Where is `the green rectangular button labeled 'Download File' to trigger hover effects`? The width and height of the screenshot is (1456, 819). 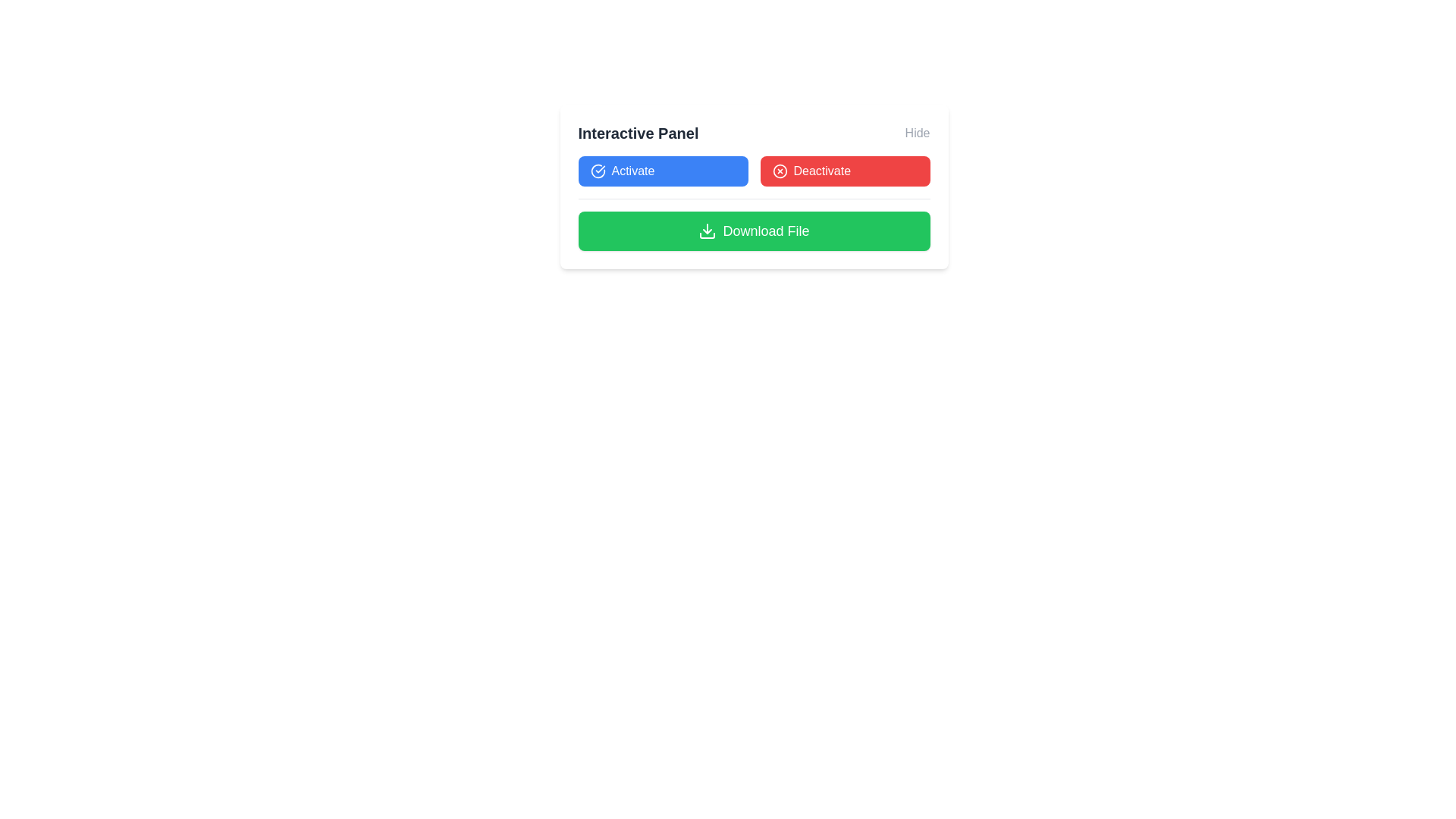
the green rectangular button labeled 'Download File' to trigger hover effects is located at coordinates (754, 231).